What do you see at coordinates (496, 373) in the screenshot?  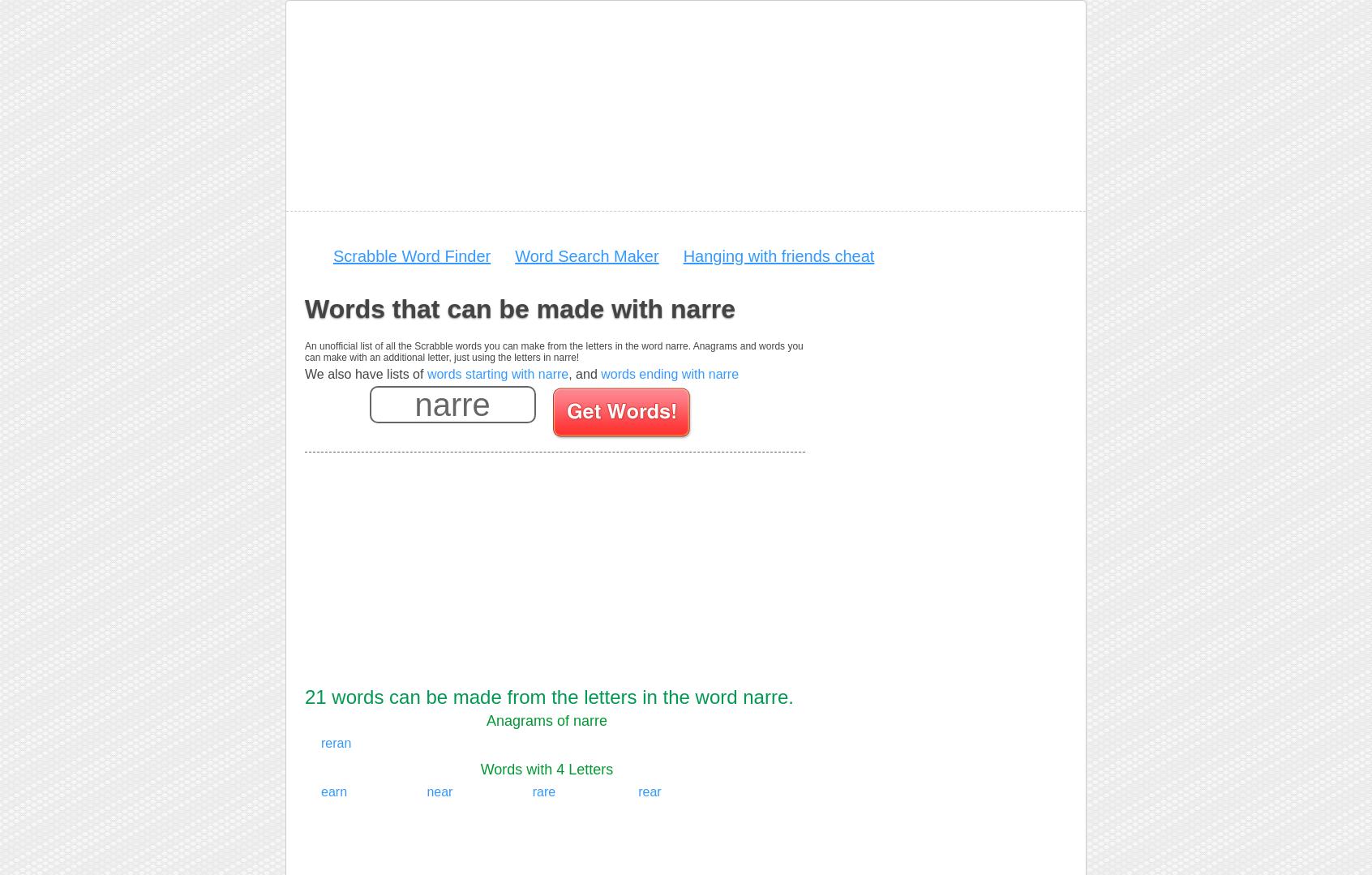 I see `'words starting with narre'` at bounding box center [496, 373].